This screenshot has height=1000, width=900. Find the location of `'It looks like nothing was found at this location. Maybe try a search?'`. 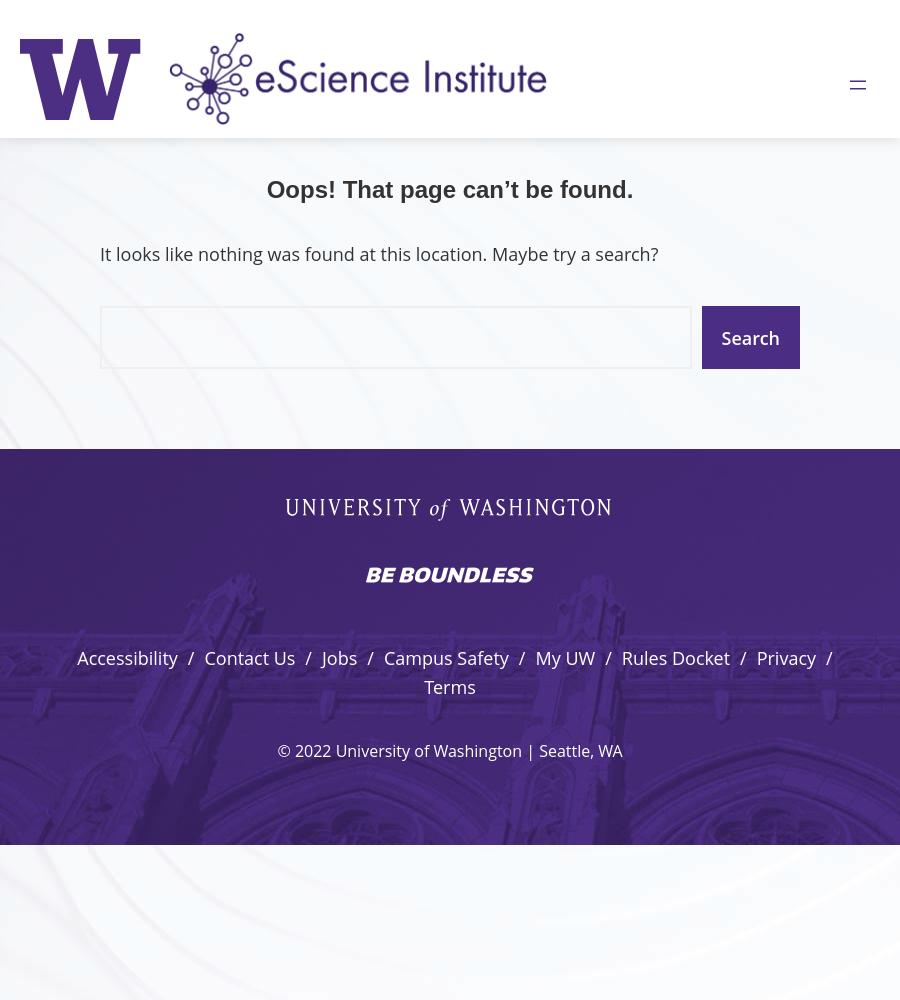

'It looks like nothing was found at this location. Maybe try a search?' is located at coordinates (378, 254).